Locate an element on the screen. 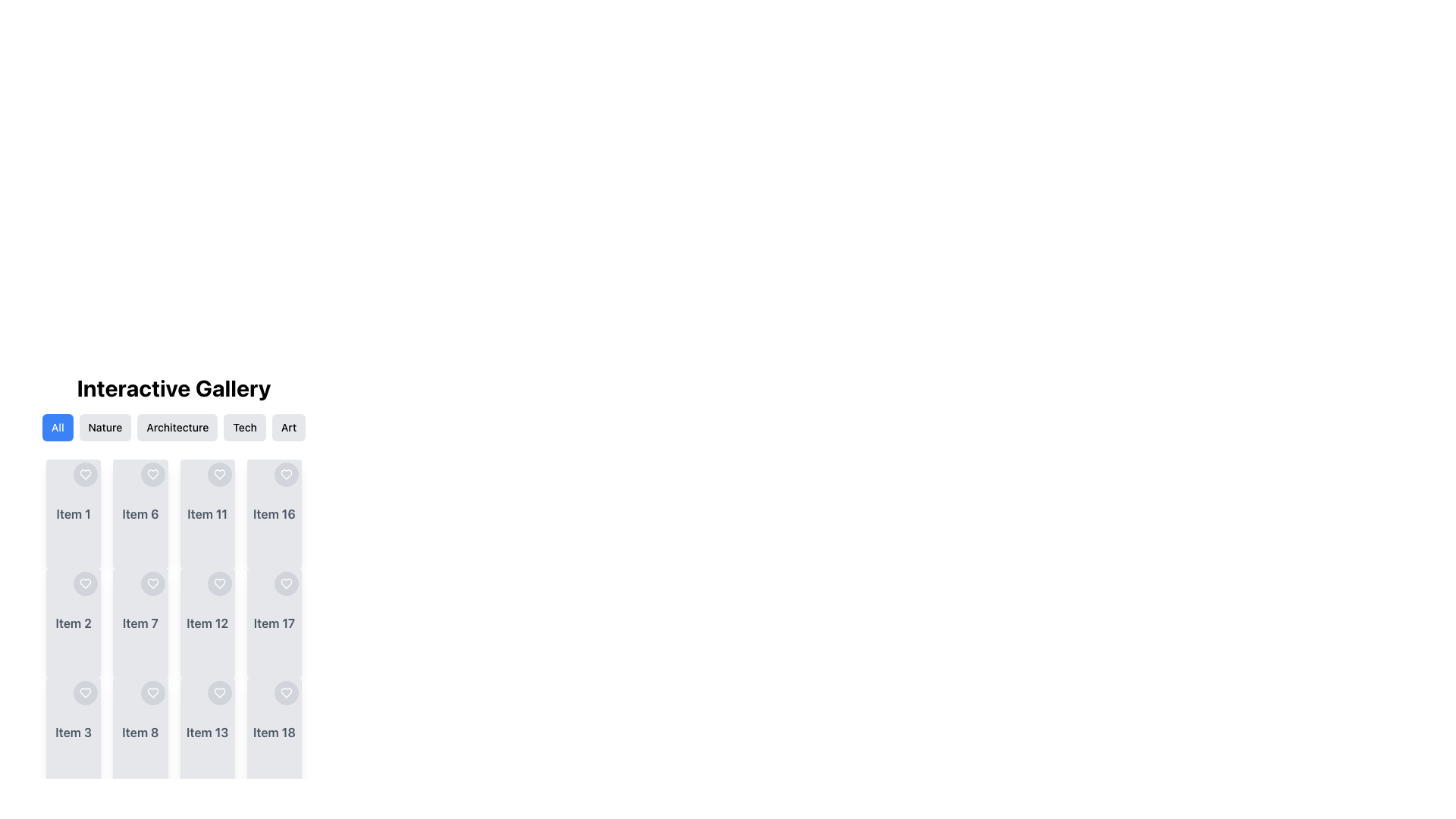  the heart-shaped icon button associated with 'Item 8' is located at coordinates (152, 693).